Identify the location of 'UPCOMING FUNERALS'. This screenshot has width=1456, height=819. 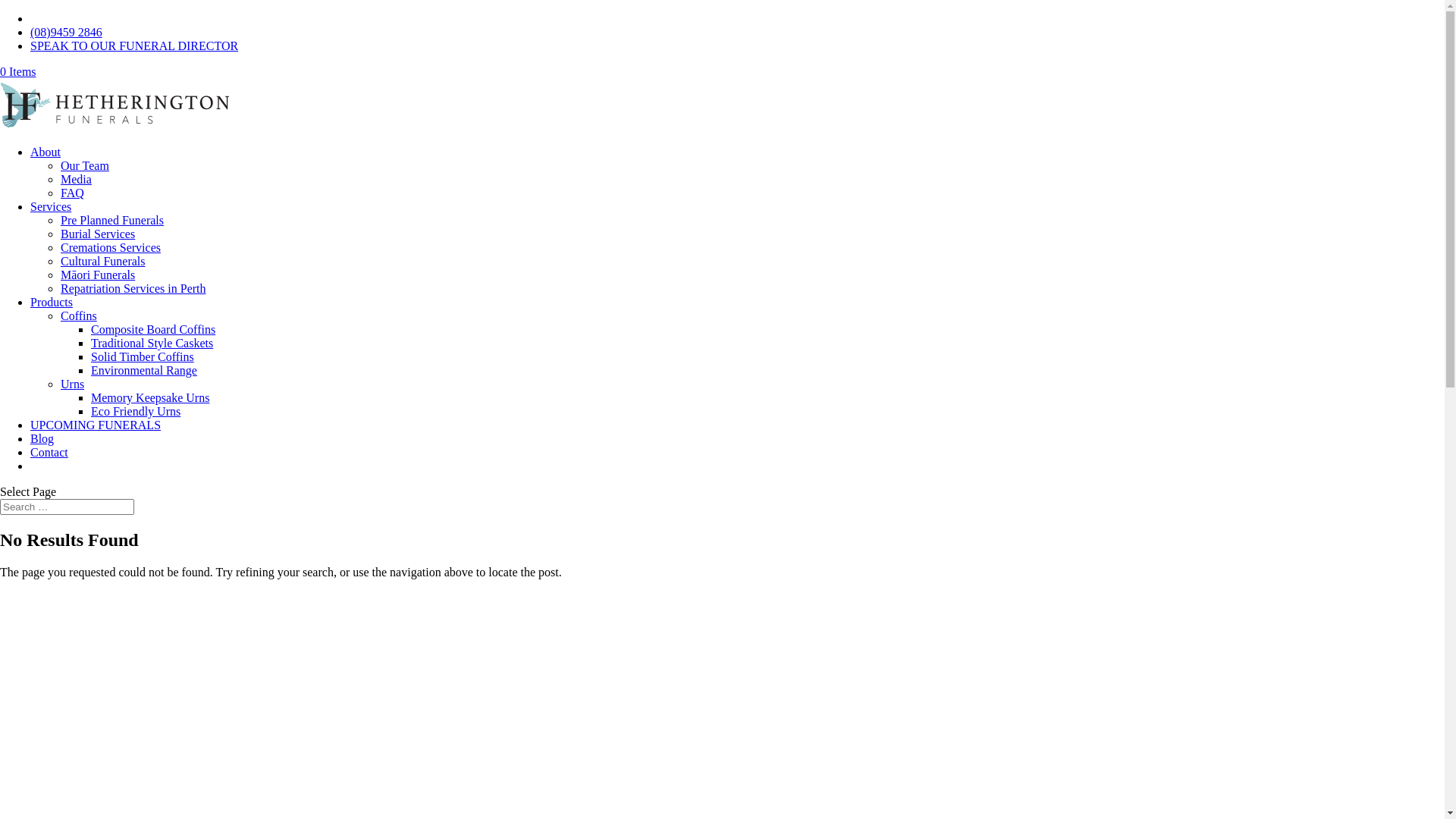
(30, 425).